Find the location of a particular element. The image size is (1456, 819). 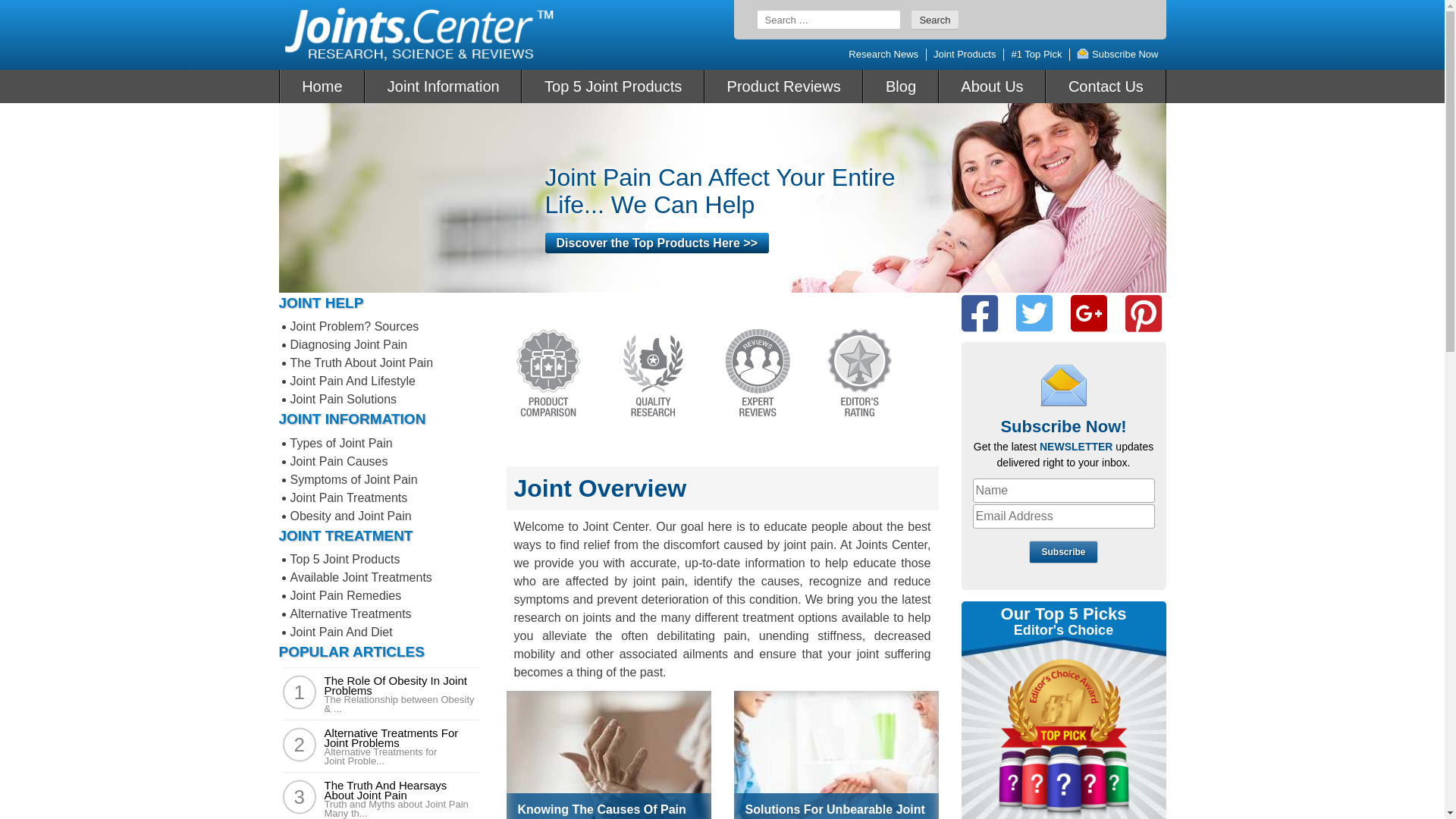

'Product Reviews' is located at coordinates (704, 86).